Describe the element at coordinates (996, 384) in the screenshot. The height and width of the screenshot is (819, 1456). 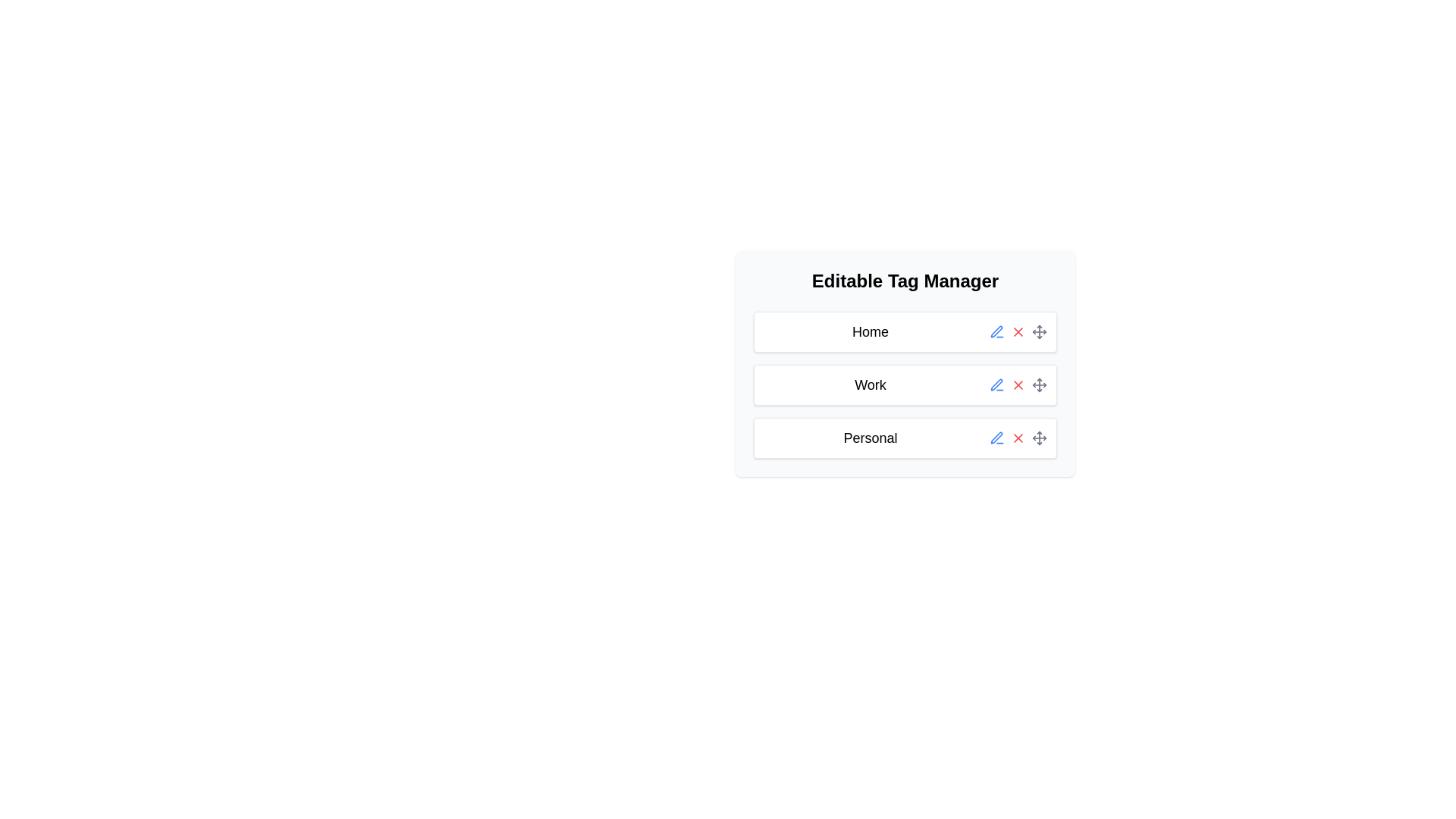
I see `the edit button icon located in the second row of the Editable Tag Manager interface, positioned to the right of the 'Work' label` at that location.